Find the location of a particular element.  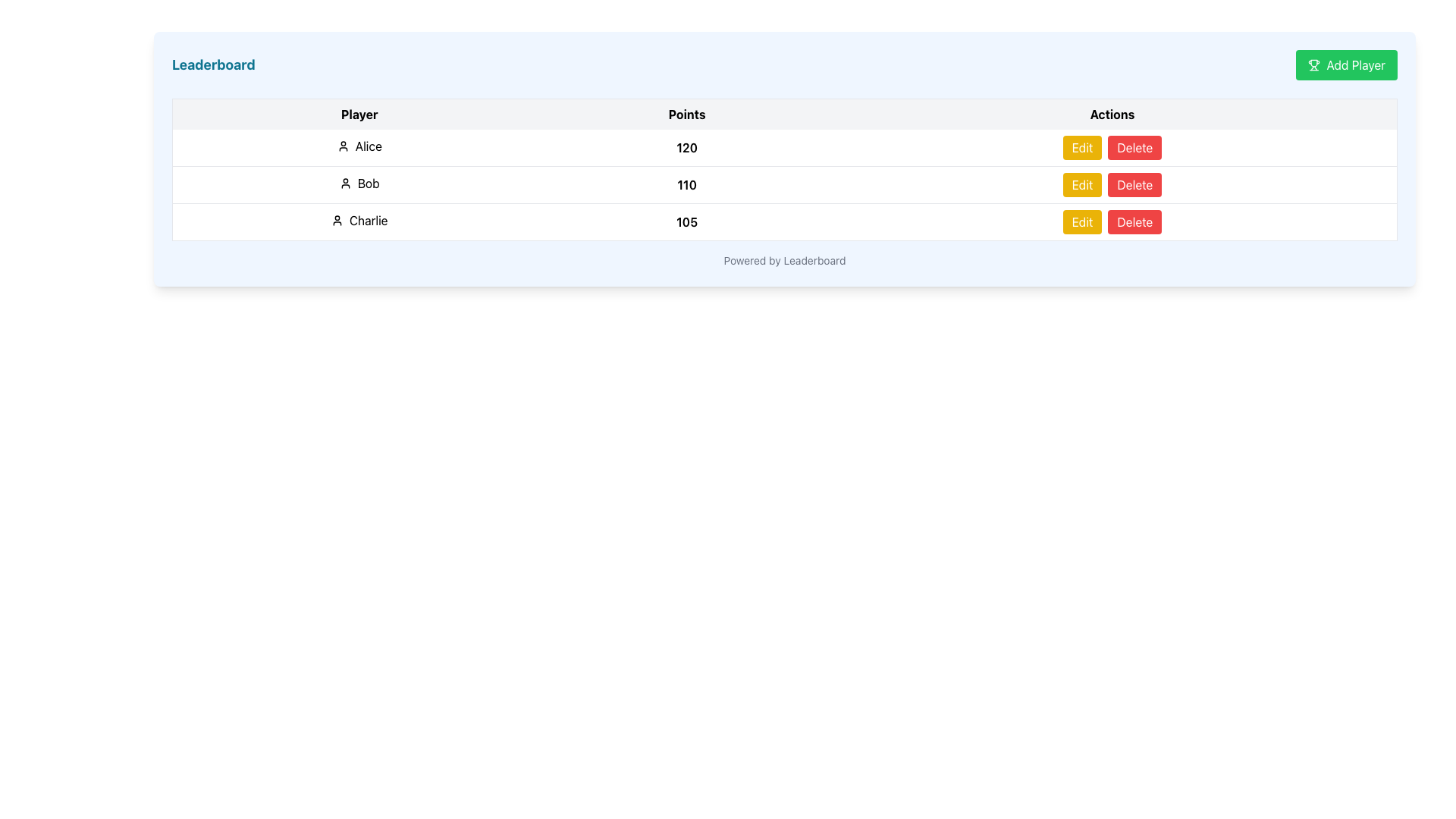

the 'Edit' button with a yellow background and white text to change its shade is located at coordinates (1081, 184).